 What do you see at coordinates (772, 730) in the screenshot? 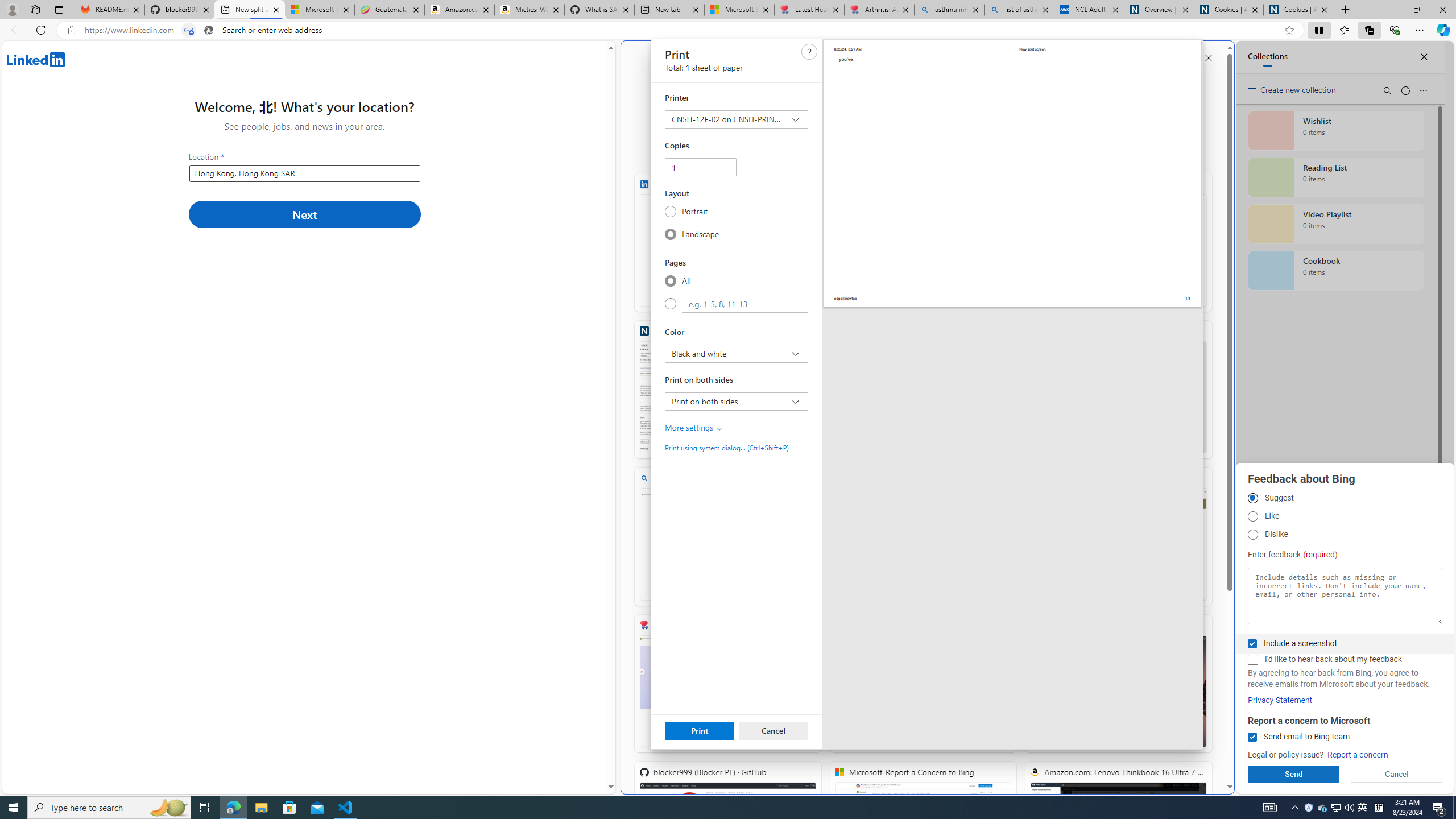
I see `'Cancel'` at bounding box center [772, 730].